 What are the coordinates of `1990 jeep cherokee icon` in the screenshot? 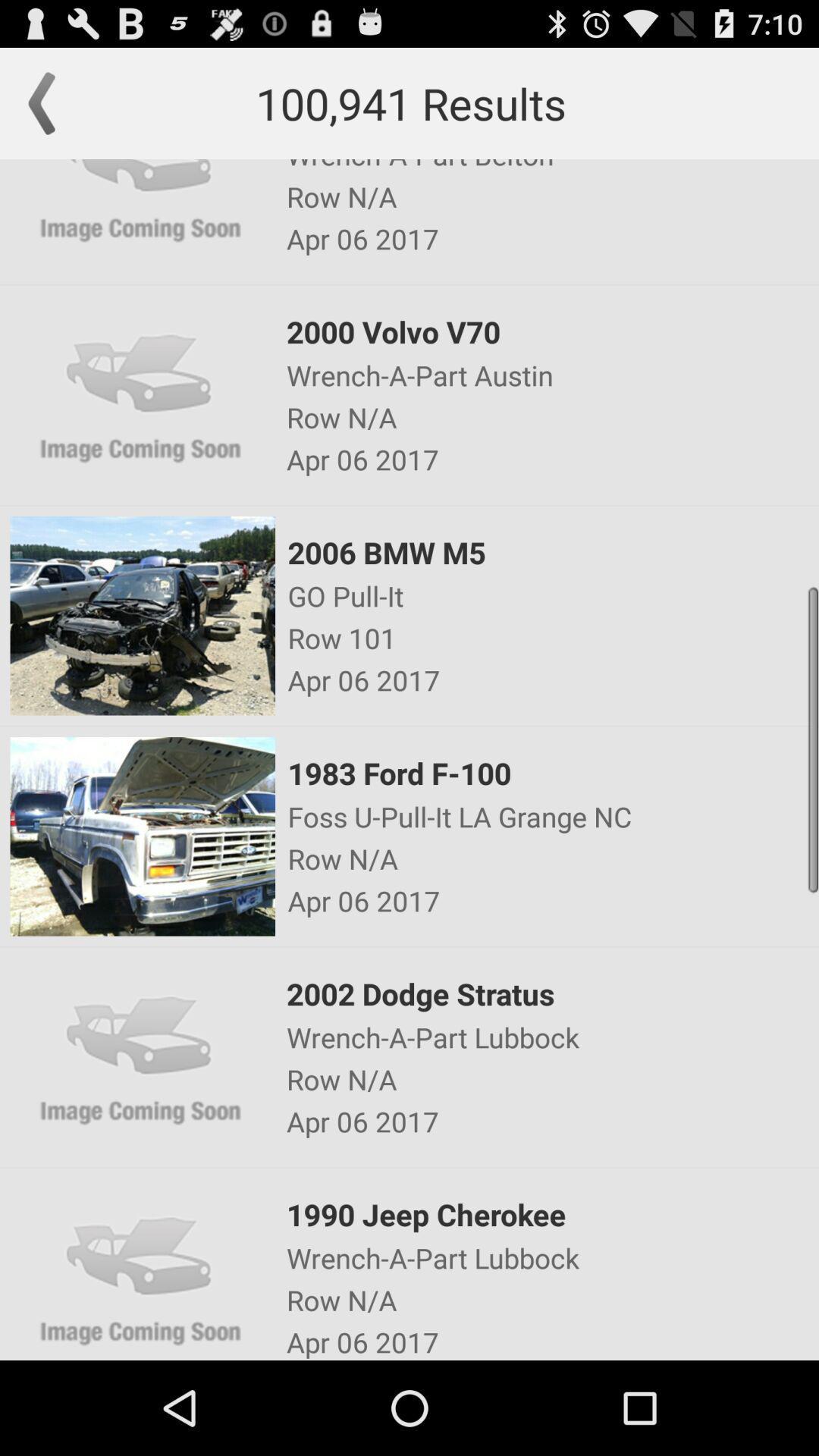 It's located at (551, 1214).